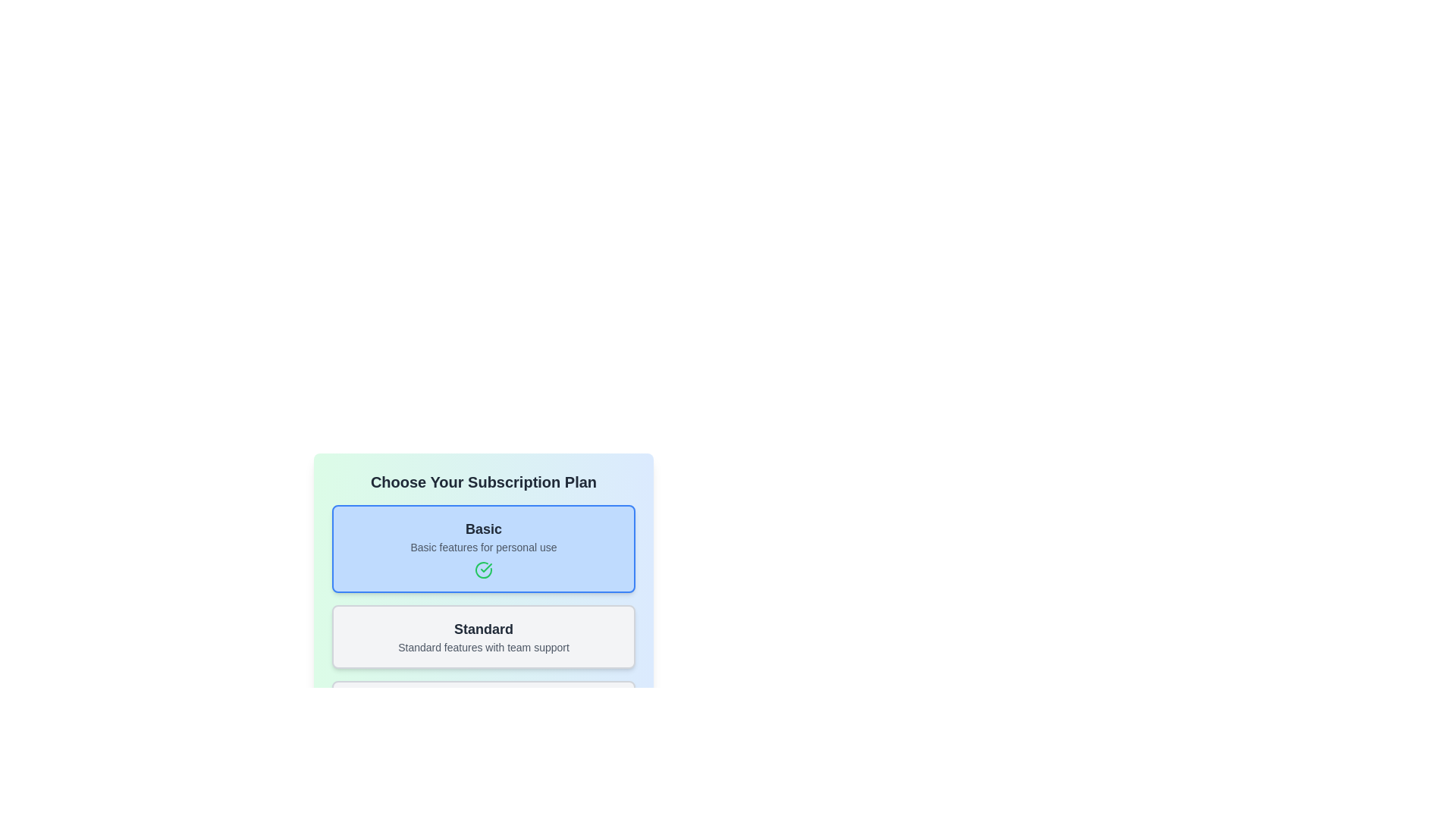  I want to click on the subscription plan Basic by clicking on its card, so click(483, 549).